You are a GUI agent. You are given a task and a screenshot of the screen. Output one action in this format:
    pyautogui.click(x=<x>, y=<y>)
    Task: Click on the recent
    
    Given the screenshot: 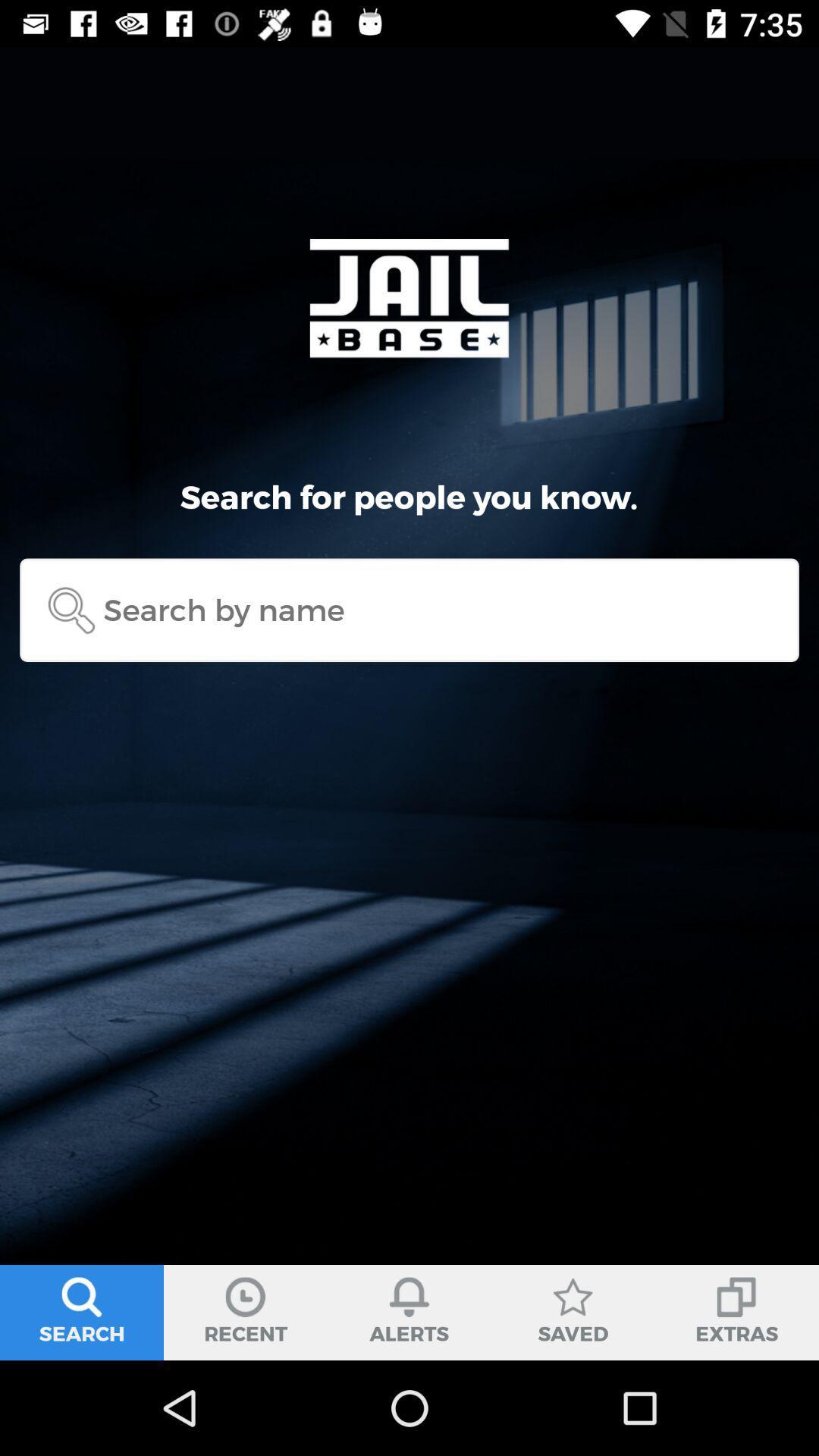 What is the action you would take?
    pyautogui.click(x=245, y=1312)
    